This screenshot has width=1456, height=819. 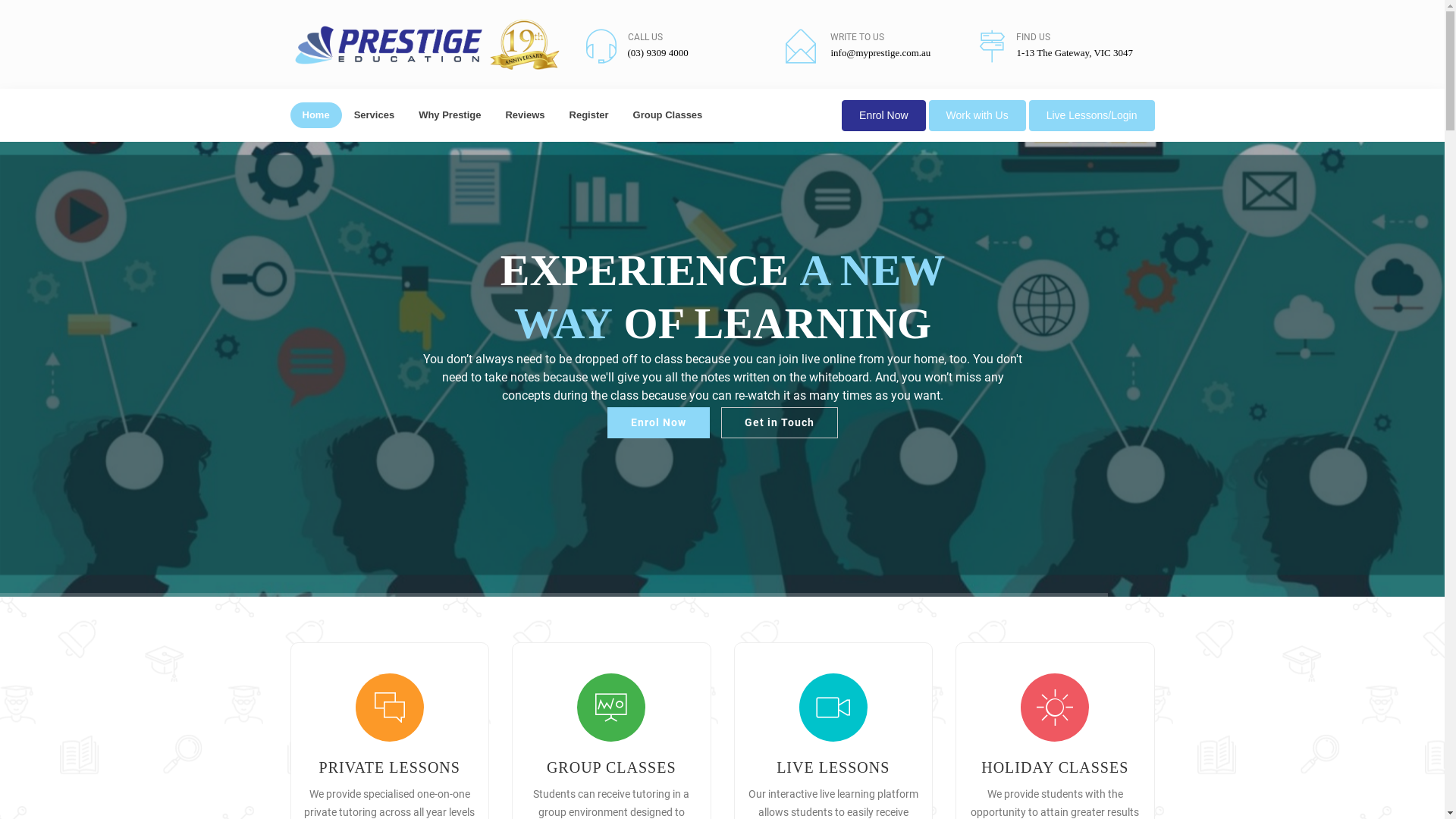 I want to click on 'HOLIDAY CLASSES', so click(x=1054, y=767).